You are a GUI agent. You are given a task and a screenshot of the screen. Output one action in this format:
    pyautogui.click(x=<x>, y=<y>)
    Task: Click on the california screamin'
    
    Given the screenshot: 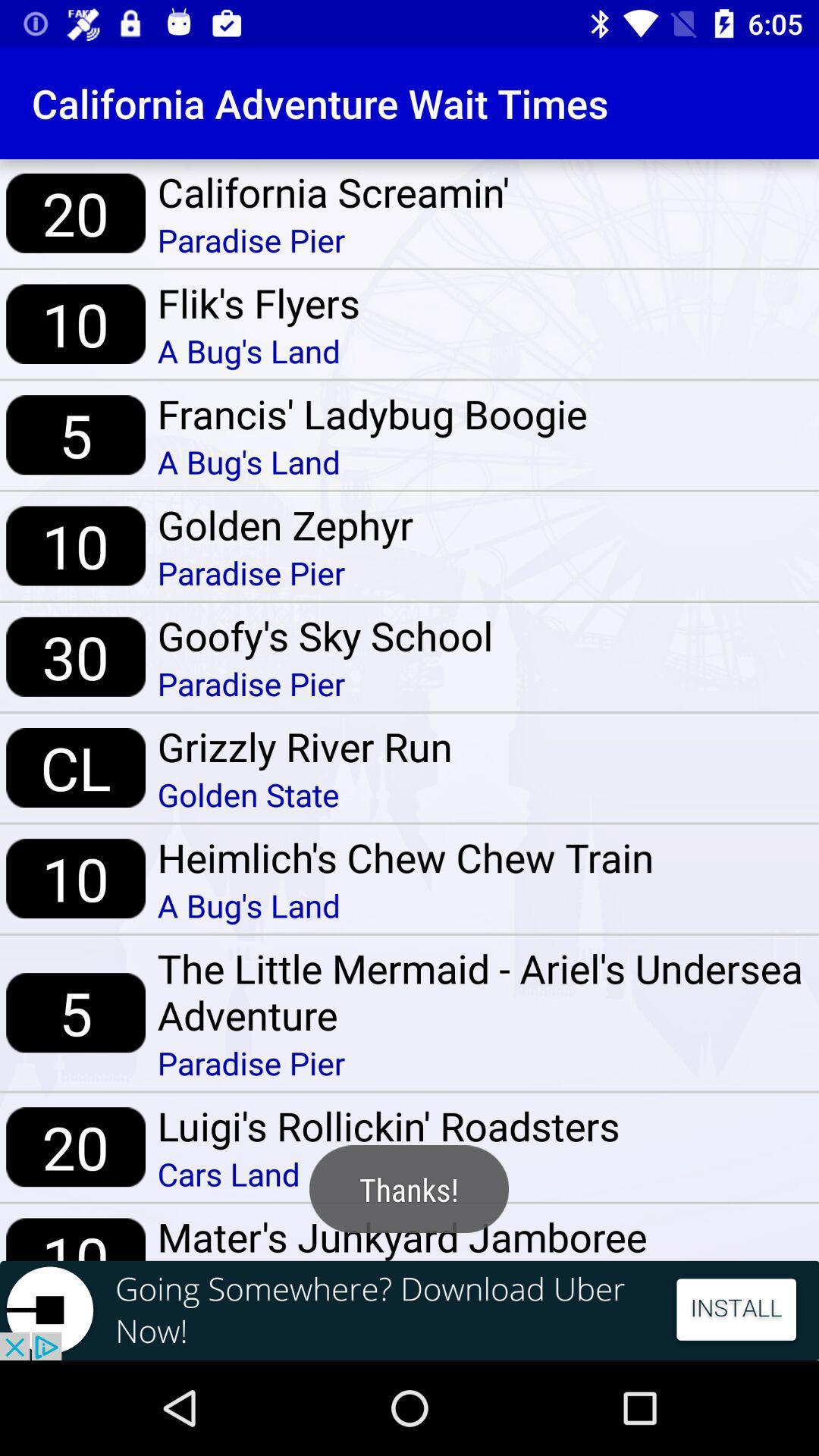 What is the action you would take?
    pyautogui.click(x=332, y=191)
    